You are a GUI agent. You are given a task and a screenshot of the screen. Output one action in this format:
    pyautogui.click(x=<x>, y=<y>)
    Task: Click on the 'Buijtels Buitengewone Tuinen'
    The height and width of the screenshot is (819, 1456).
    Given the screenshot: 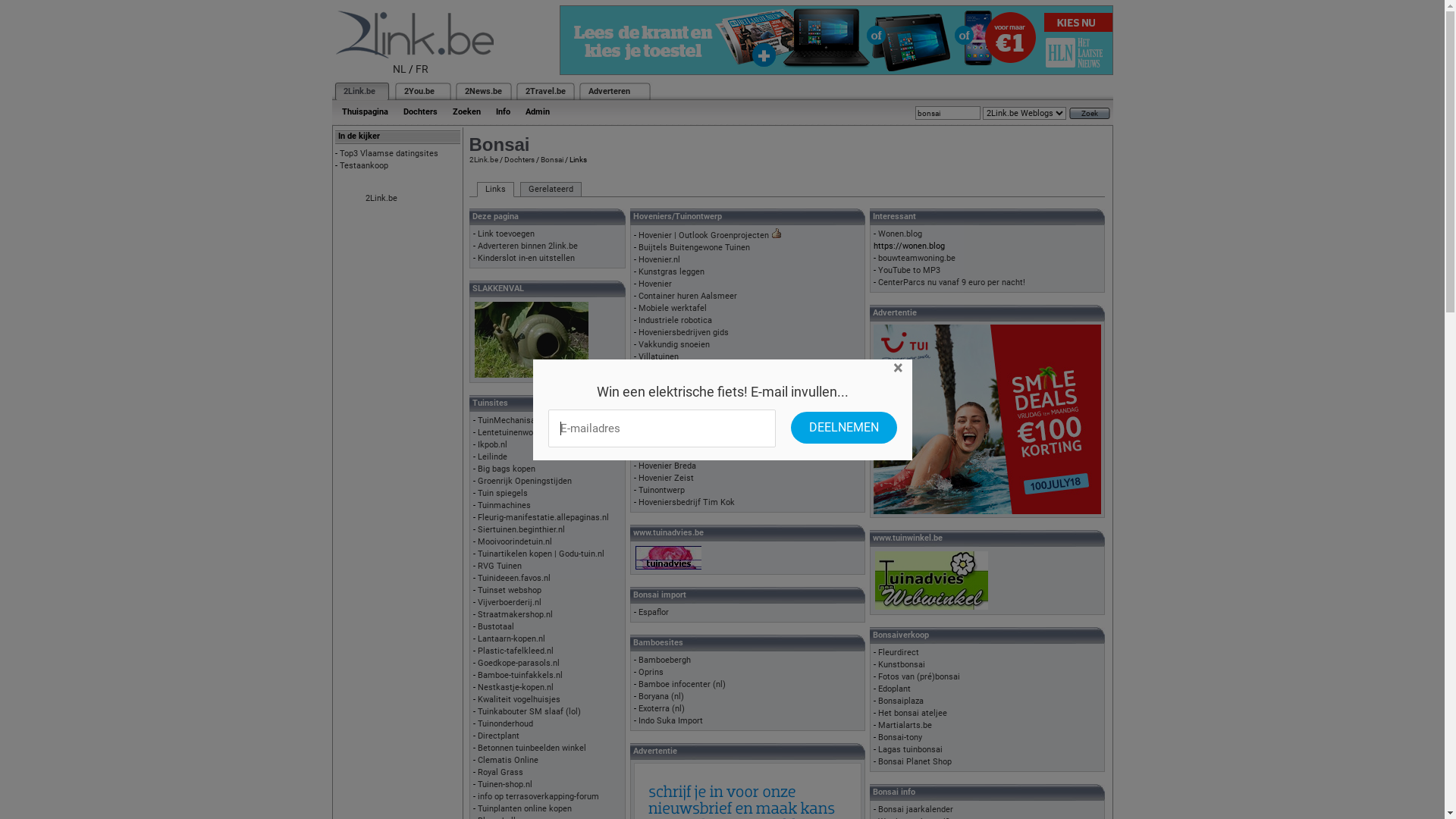 What is the action you would take?
    pyautogui.click(x=693, y=246)
    